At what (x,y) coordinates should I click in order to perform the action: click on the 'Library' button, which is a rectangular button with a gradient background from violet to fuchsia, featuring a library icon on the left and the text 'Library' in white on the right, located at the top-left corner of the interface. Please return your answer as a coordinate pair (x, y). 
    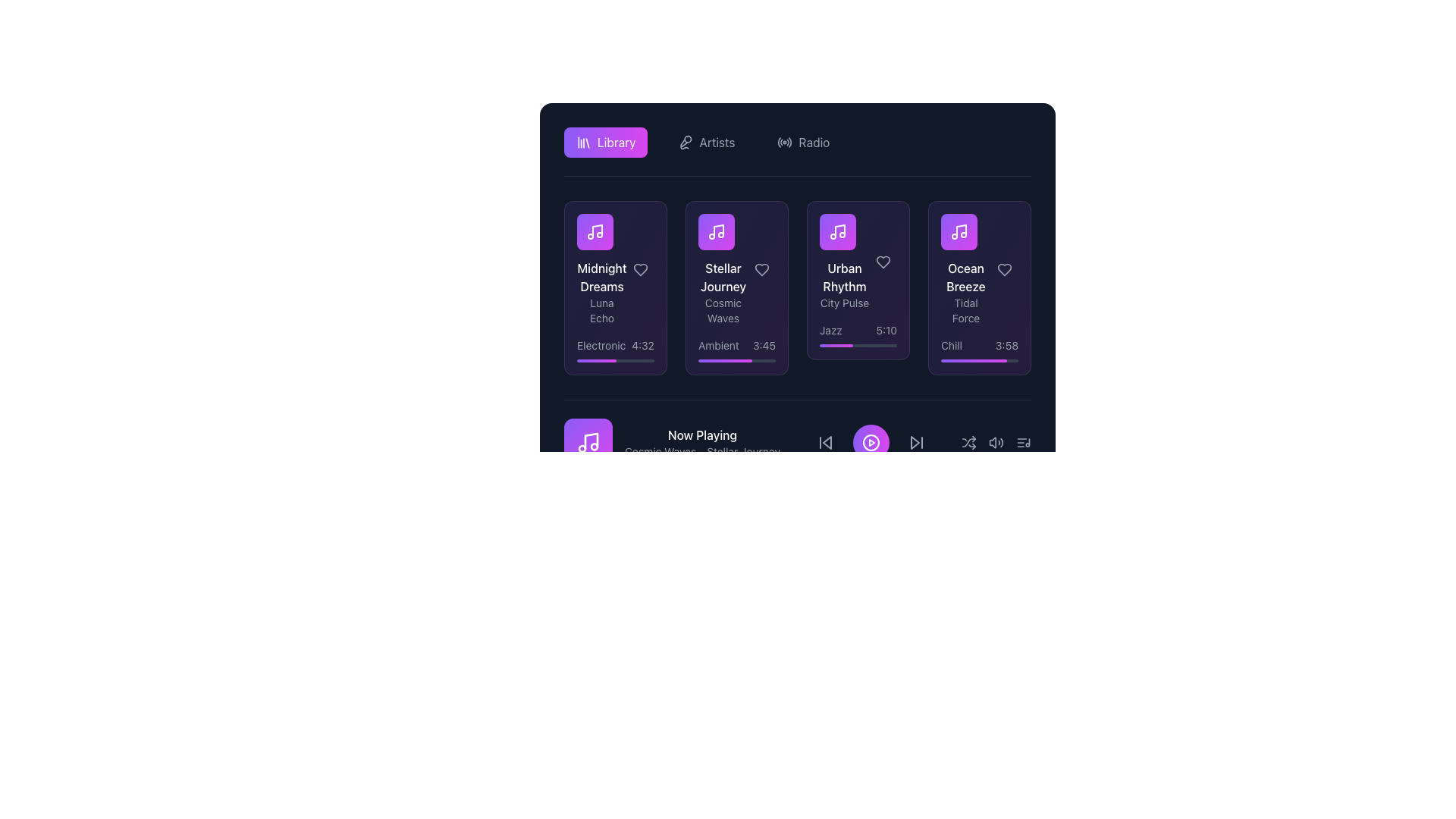
    Looking at the image, I should click on (605, 143).